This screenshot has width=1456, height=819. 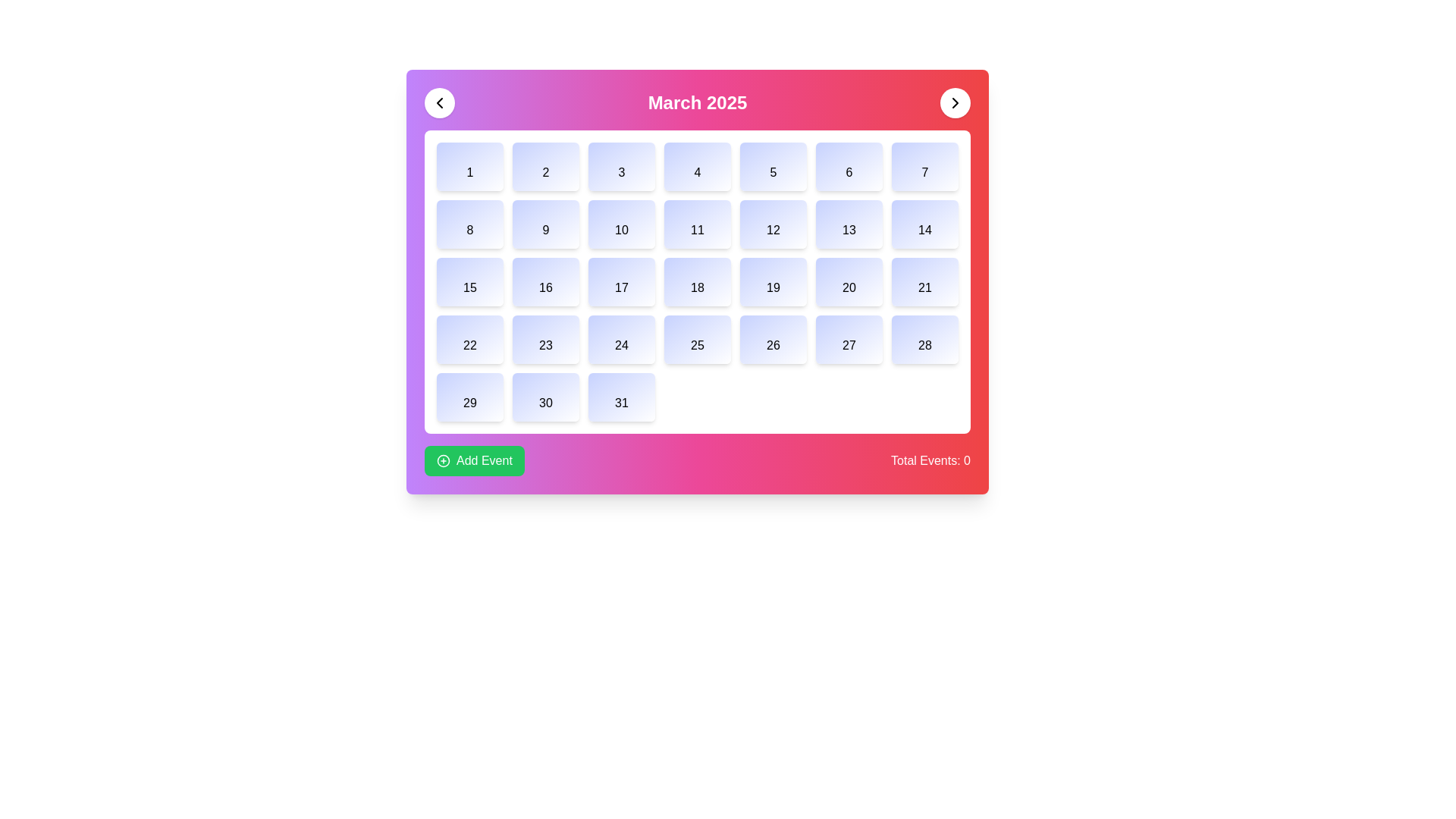 I want to click on the calendar date cell displaying the number '6' in bold black text, so click(x=848, y=166).